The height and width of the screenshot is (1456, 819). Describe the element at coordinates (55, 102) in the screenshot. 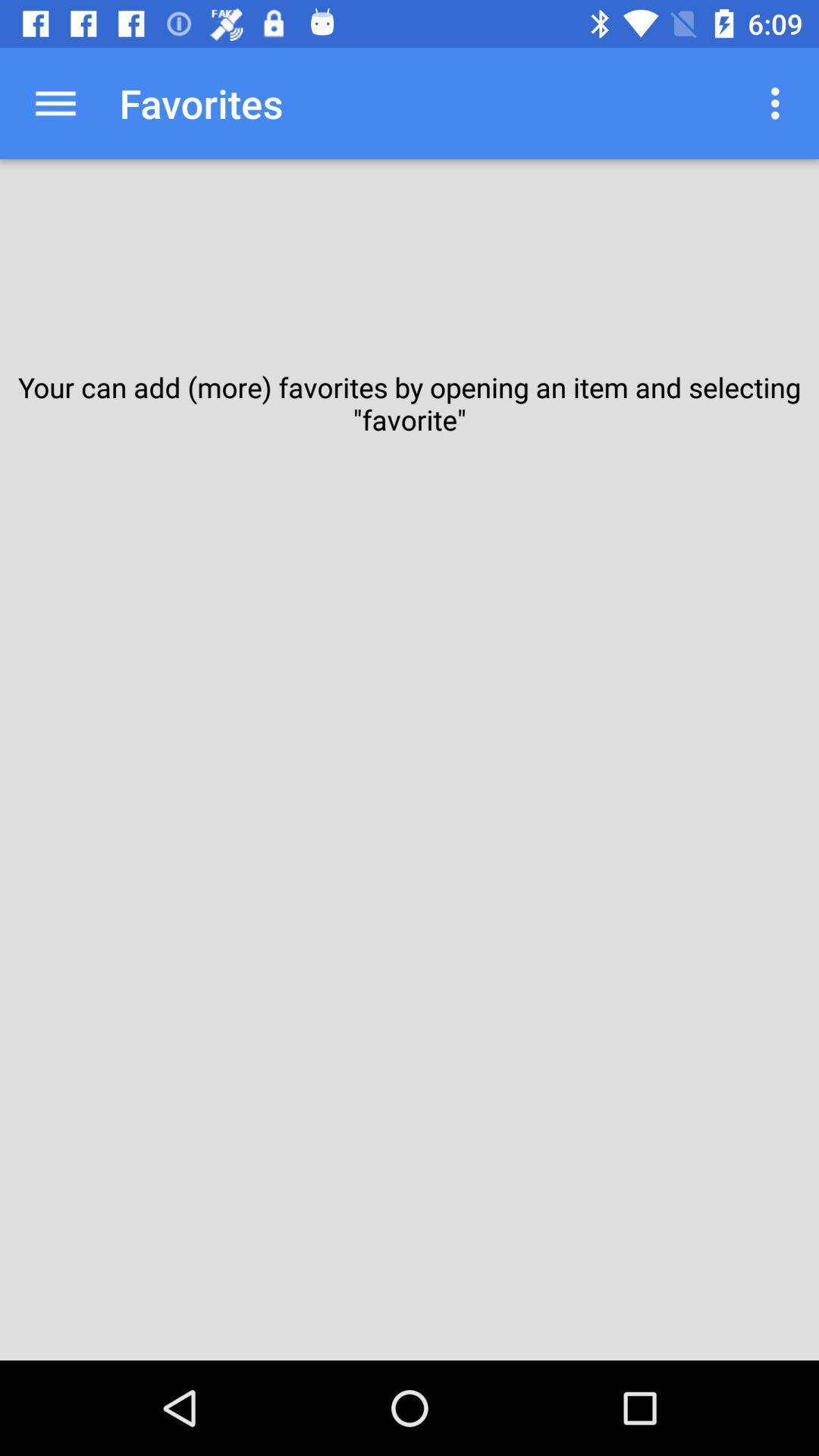

I see `the icon to the left of favorites icon` at that location.